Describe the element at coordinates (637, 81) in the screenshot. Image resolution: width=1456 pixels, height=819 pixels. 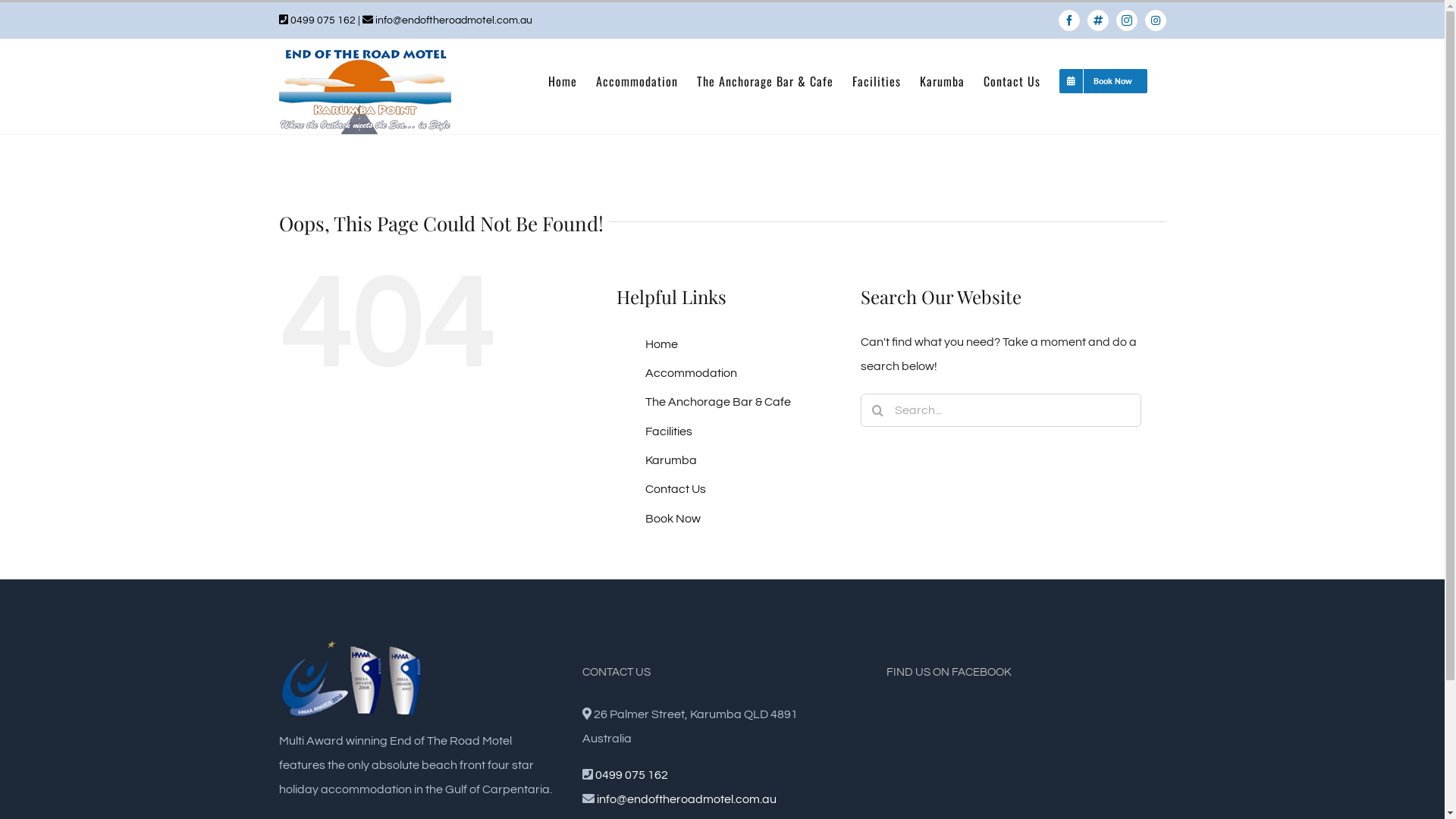
I see `'Accommodation'` at that location.